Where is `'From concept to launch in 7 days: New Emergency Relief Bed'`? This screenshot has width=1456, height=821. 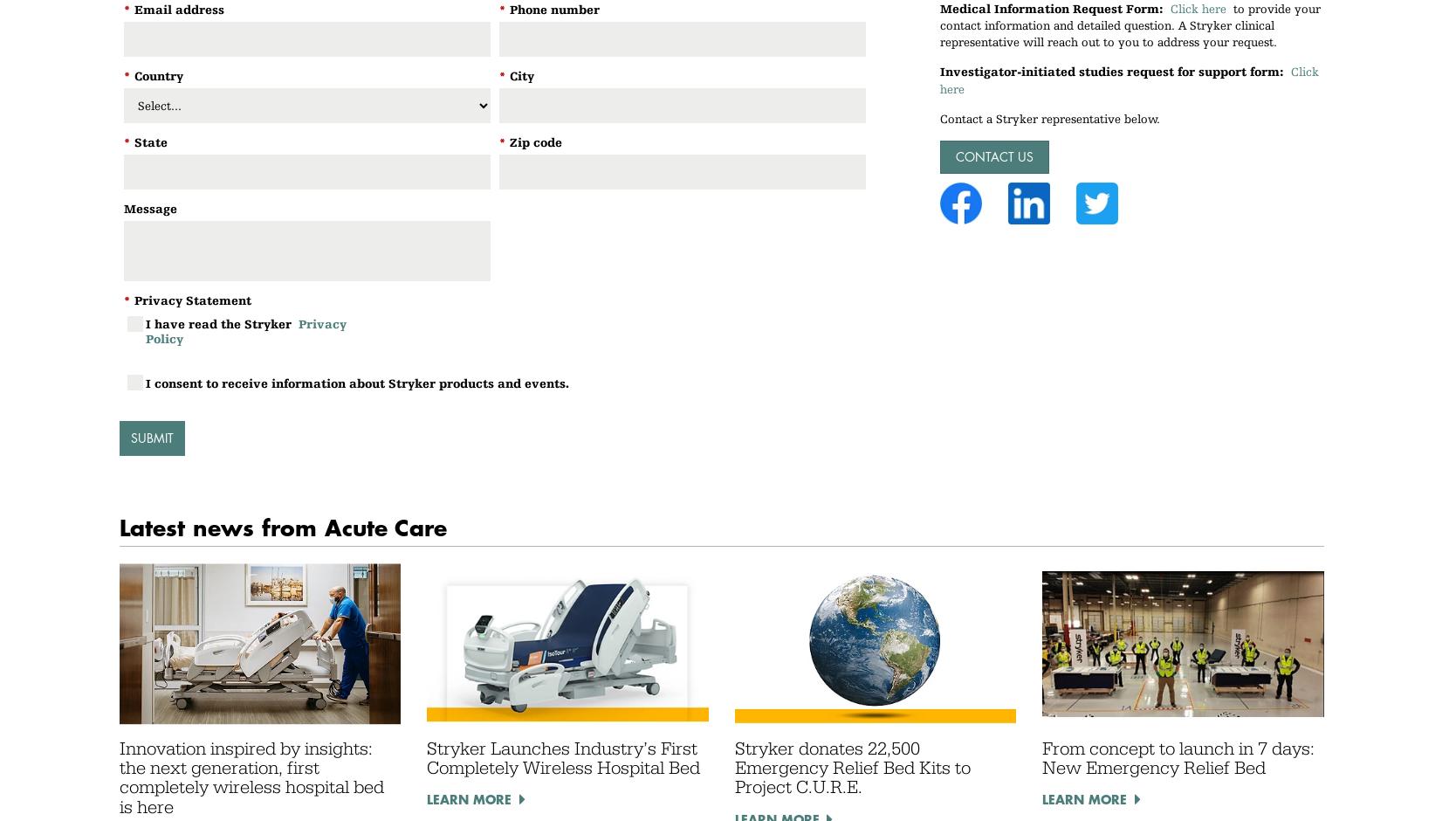
'From concept to launch in 7 days: New Emergency Relief Bed' is located at coordinates (1178, 757).